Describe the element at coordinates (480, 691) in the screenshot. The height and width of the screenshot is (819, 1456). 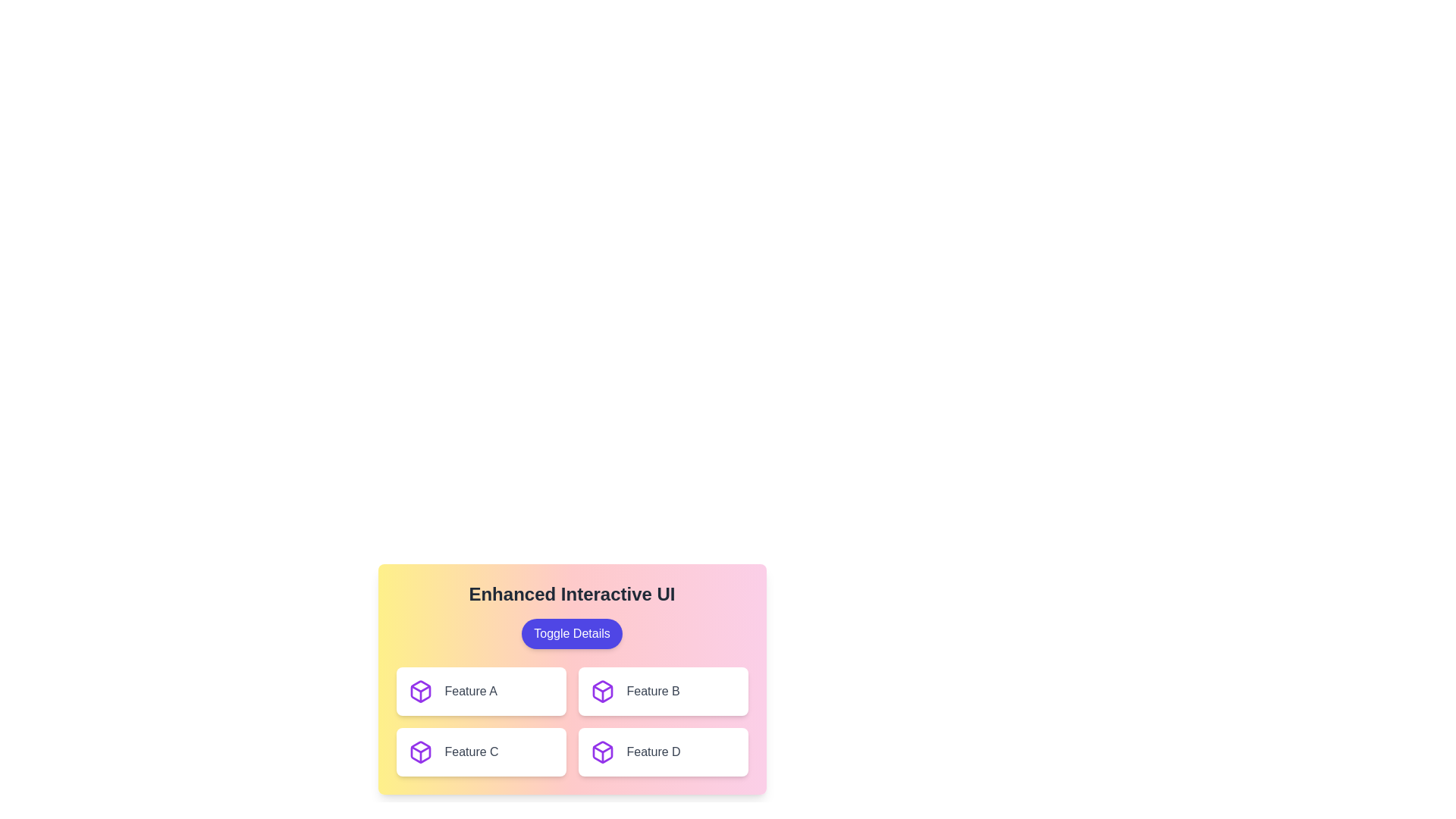
I see `the 'Feature A' card located in the top-left corner of the two-column grid` at that location.